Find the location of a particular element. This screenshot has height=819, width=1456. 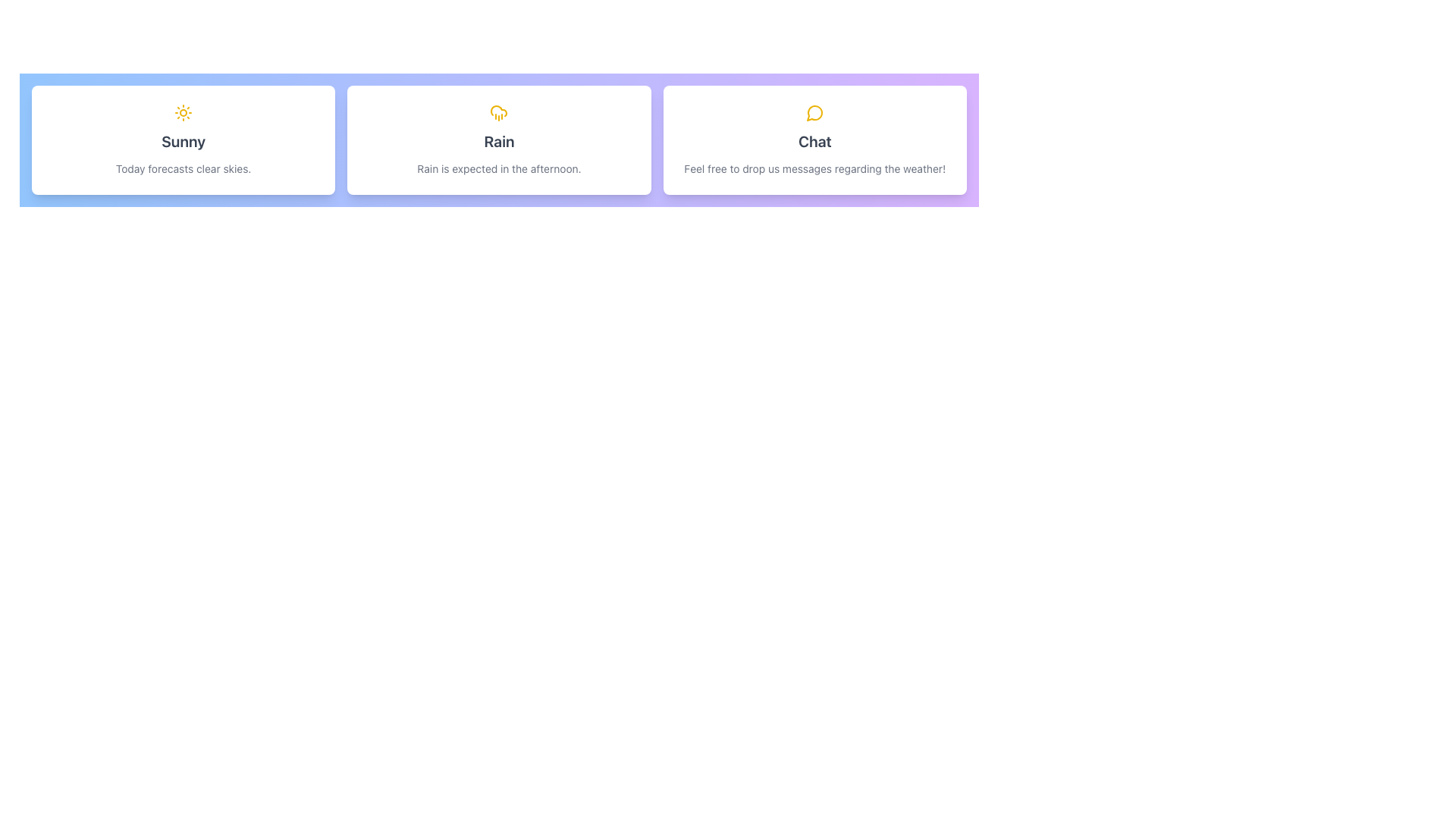

text label that reads 'Feel free to drop us messages regarding the weather!' located at the bottom of the 'Chat' card is located at coordinates (814, 169).